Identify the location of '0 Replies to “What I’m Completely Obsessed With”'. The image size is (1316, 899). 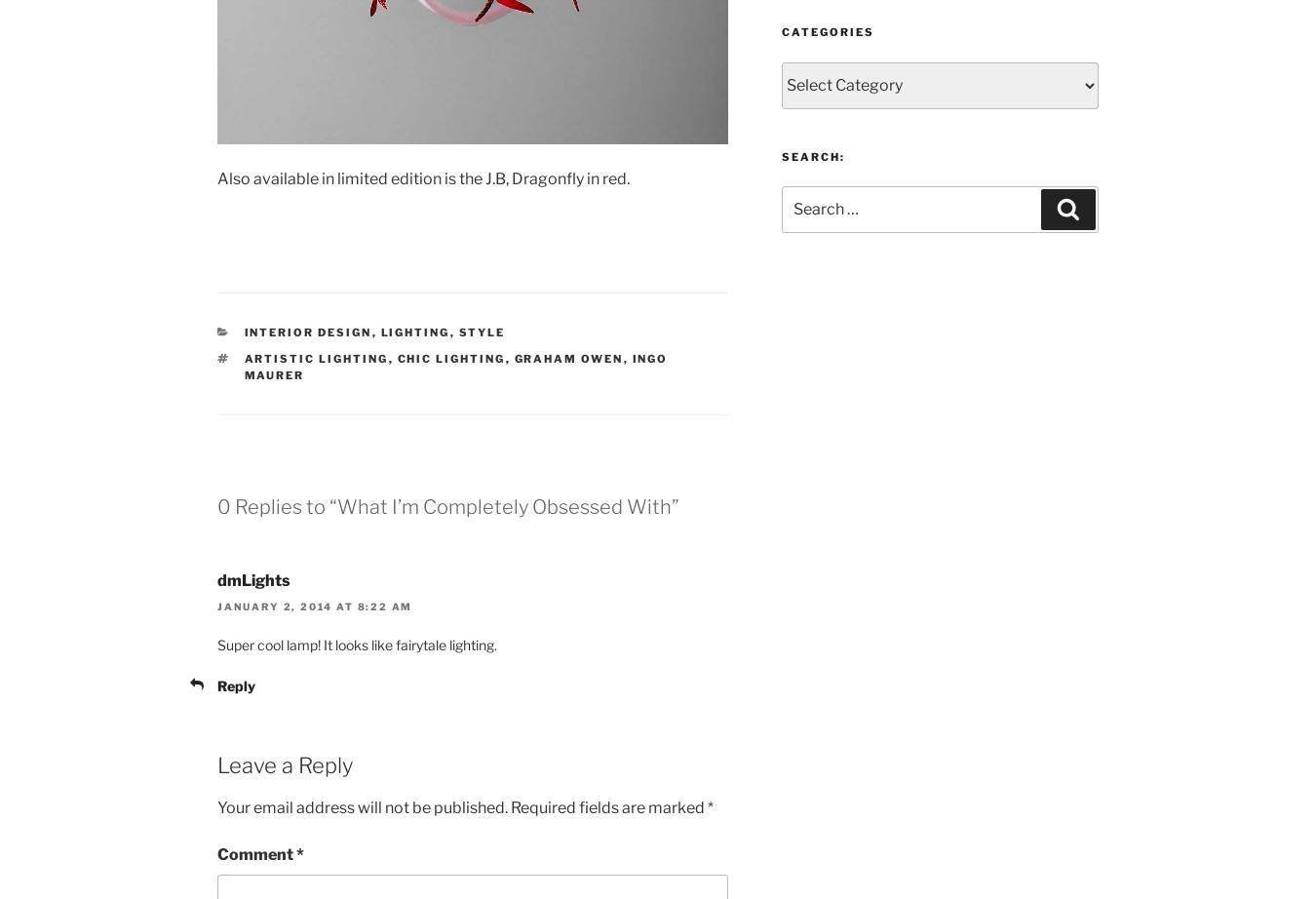
(446, 507).